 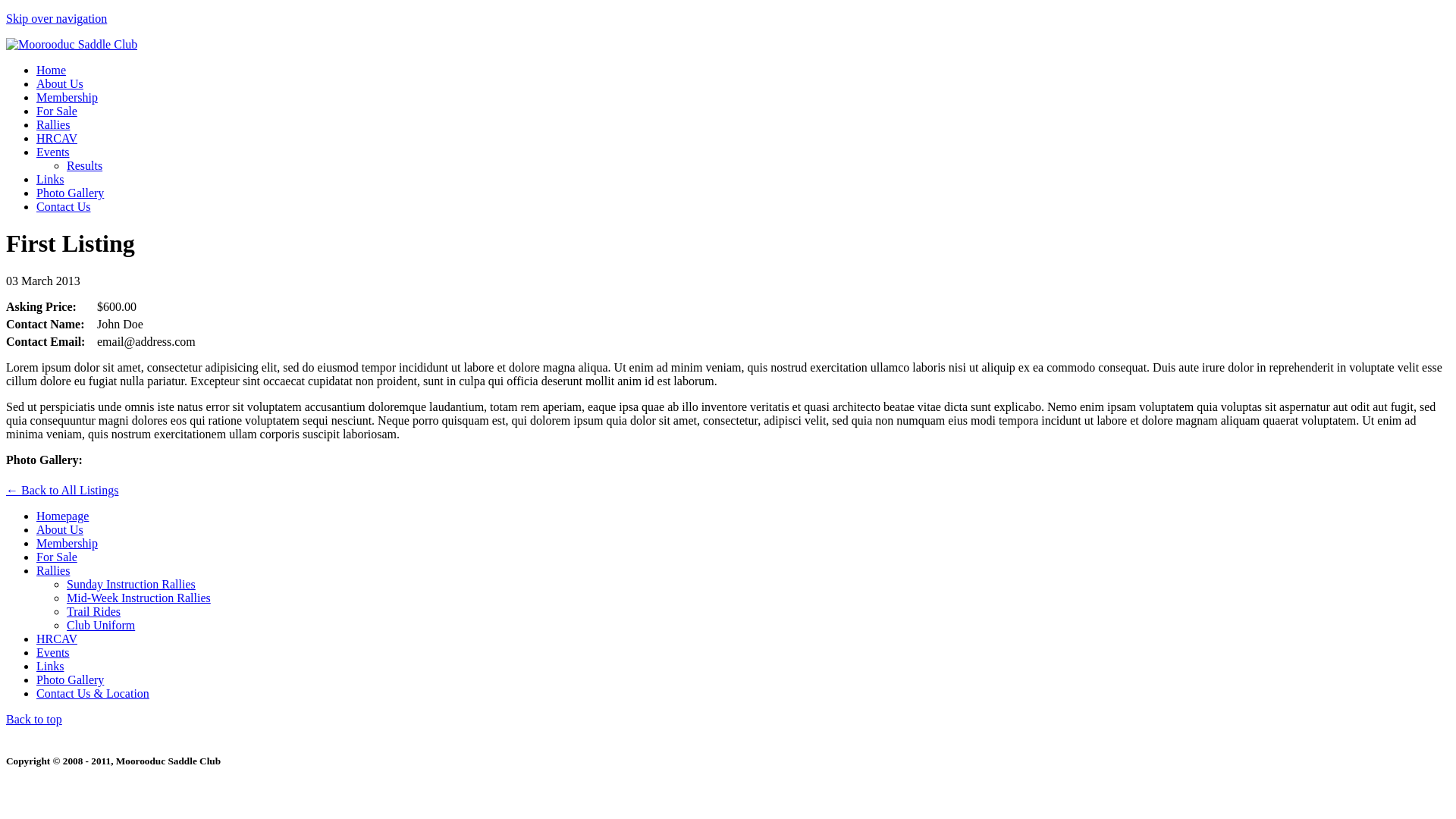 What do you see at coordinates (57, 110) in the screenshot?
I see `'For Sale'` at bounding box center [57, 110].